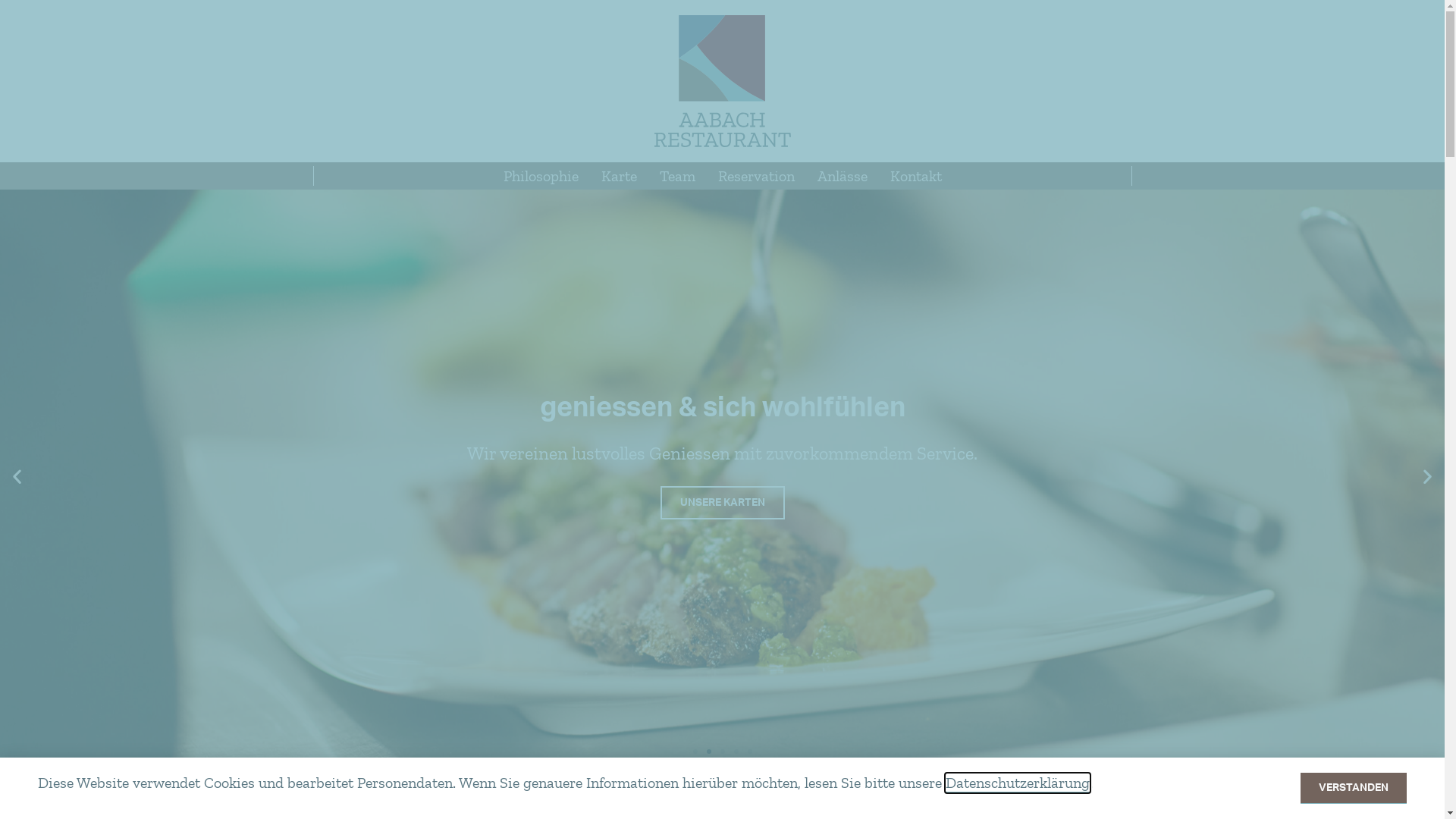 The height and width of the screenshot is (819, 1456). Describe the element at coordinates (914, 174) in the screenshot. I see `'Kontakt'` at that location.